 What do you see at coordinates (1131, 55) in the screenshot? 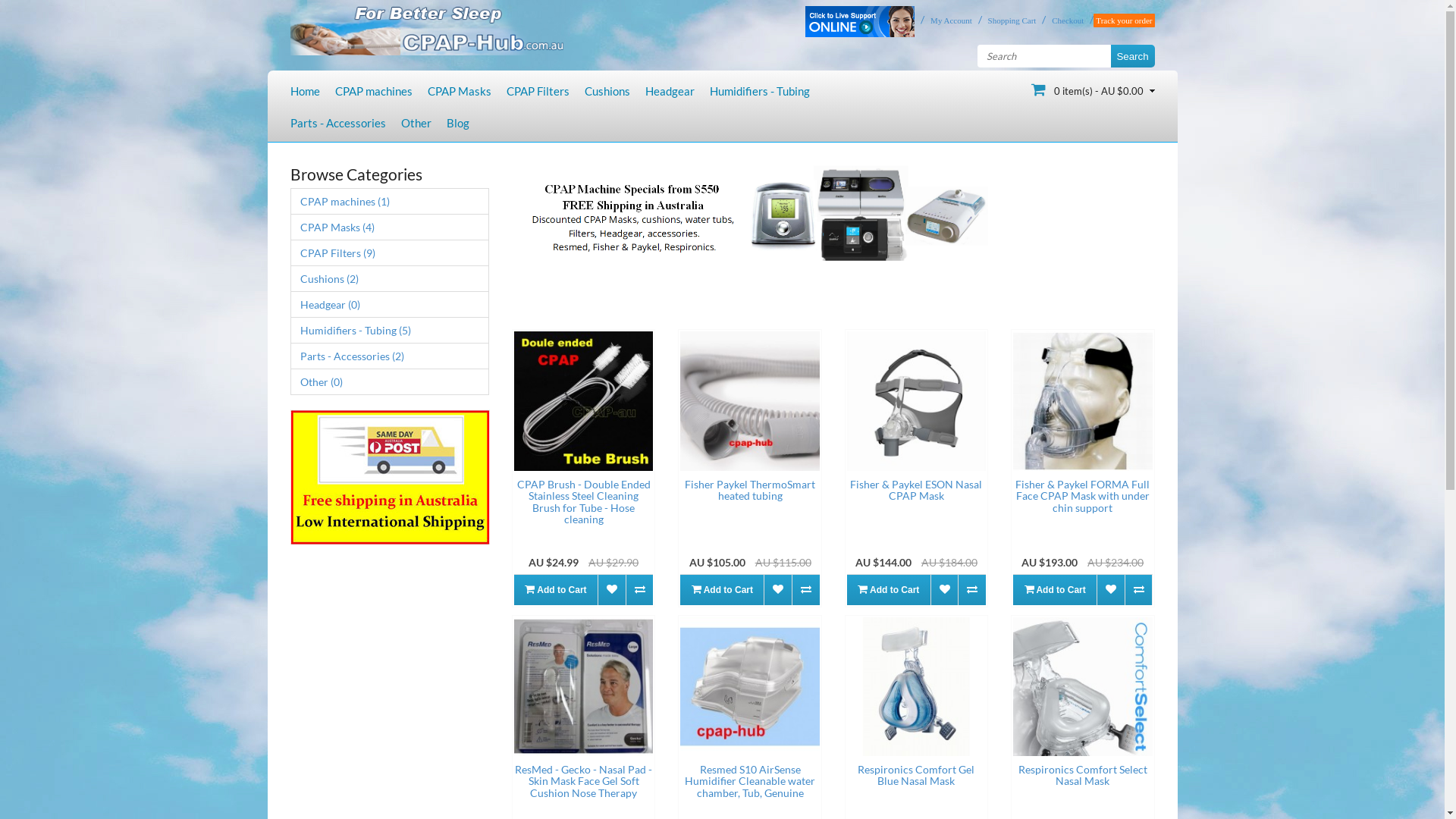
I see `'Search'` at bounding box center [1131, 55].